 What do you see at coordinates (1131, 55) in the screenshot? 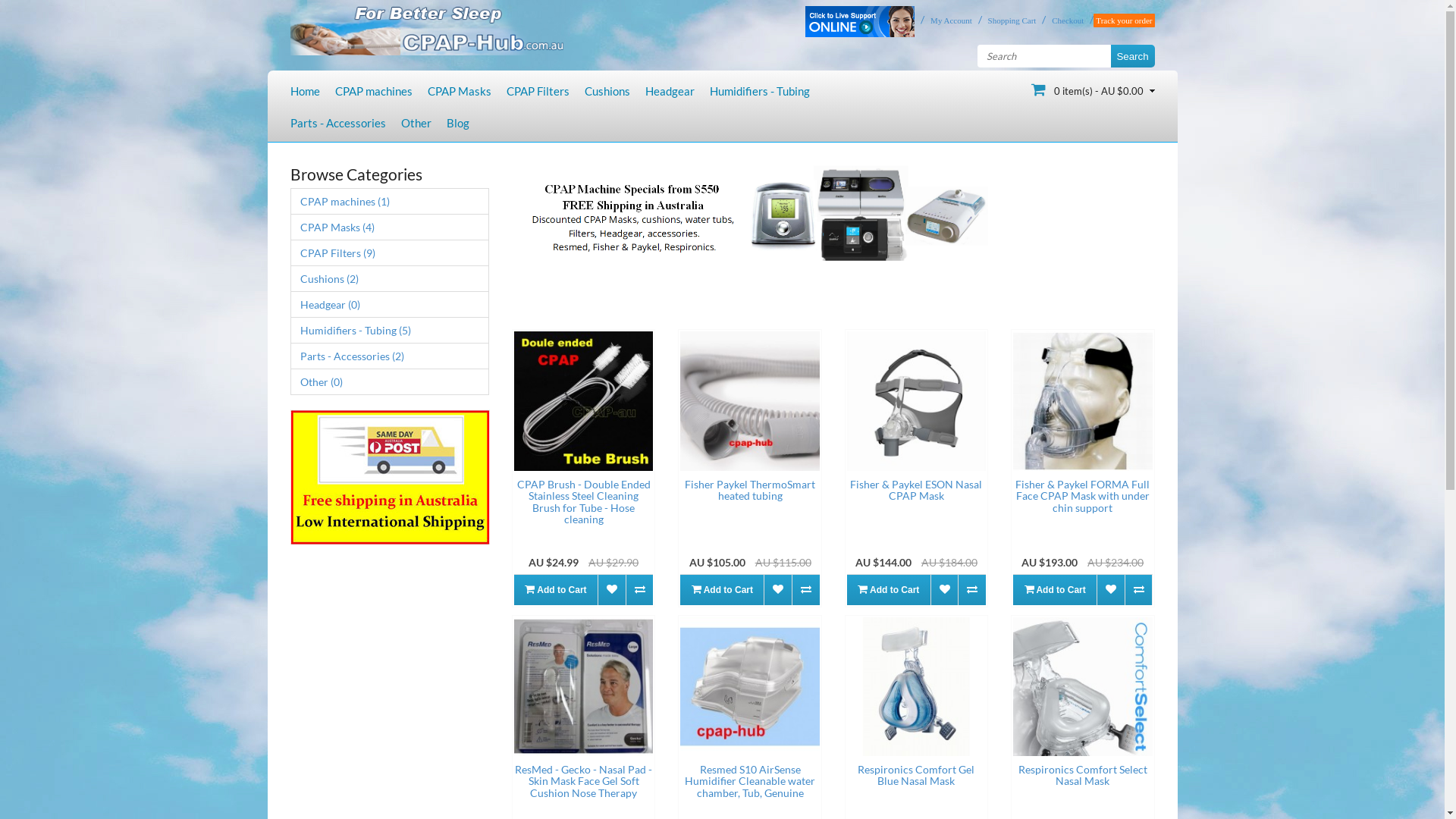
I see `'Search'` at bounding box center [1131, 55].